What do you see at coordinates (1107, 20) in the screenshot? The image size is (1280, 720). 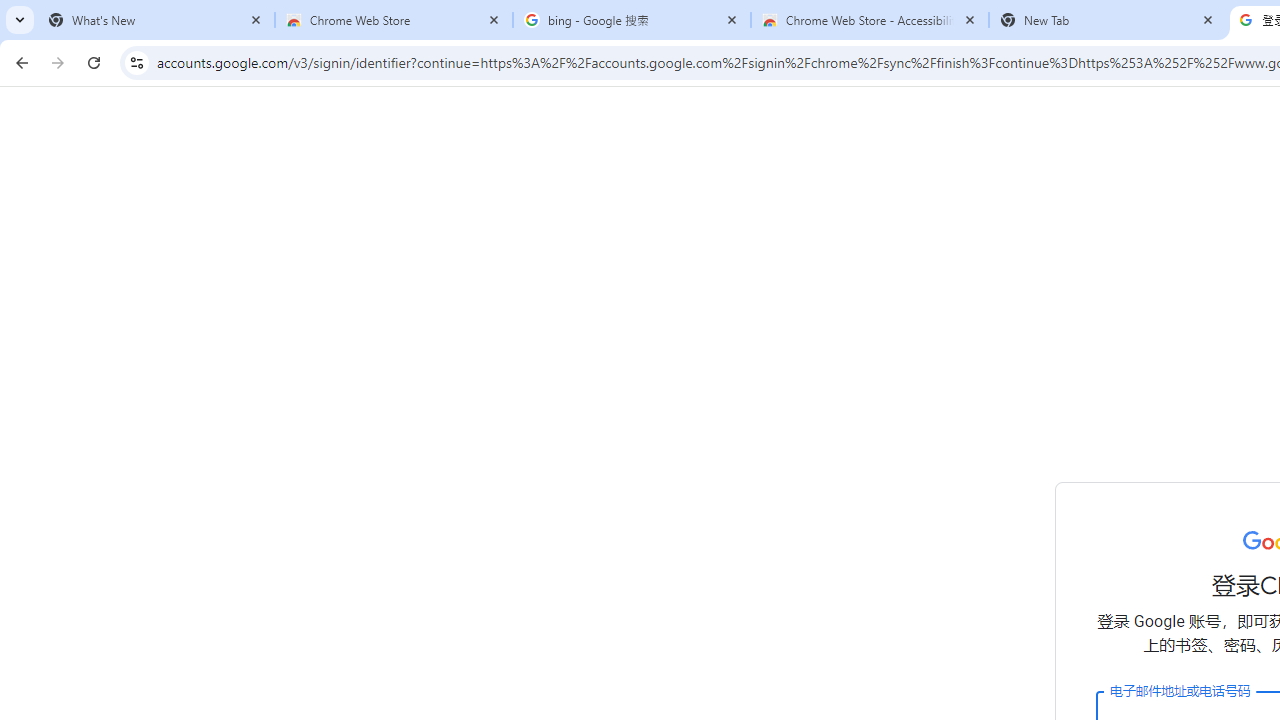 I see `'New Tab'` at bounding box center [1107, 20].